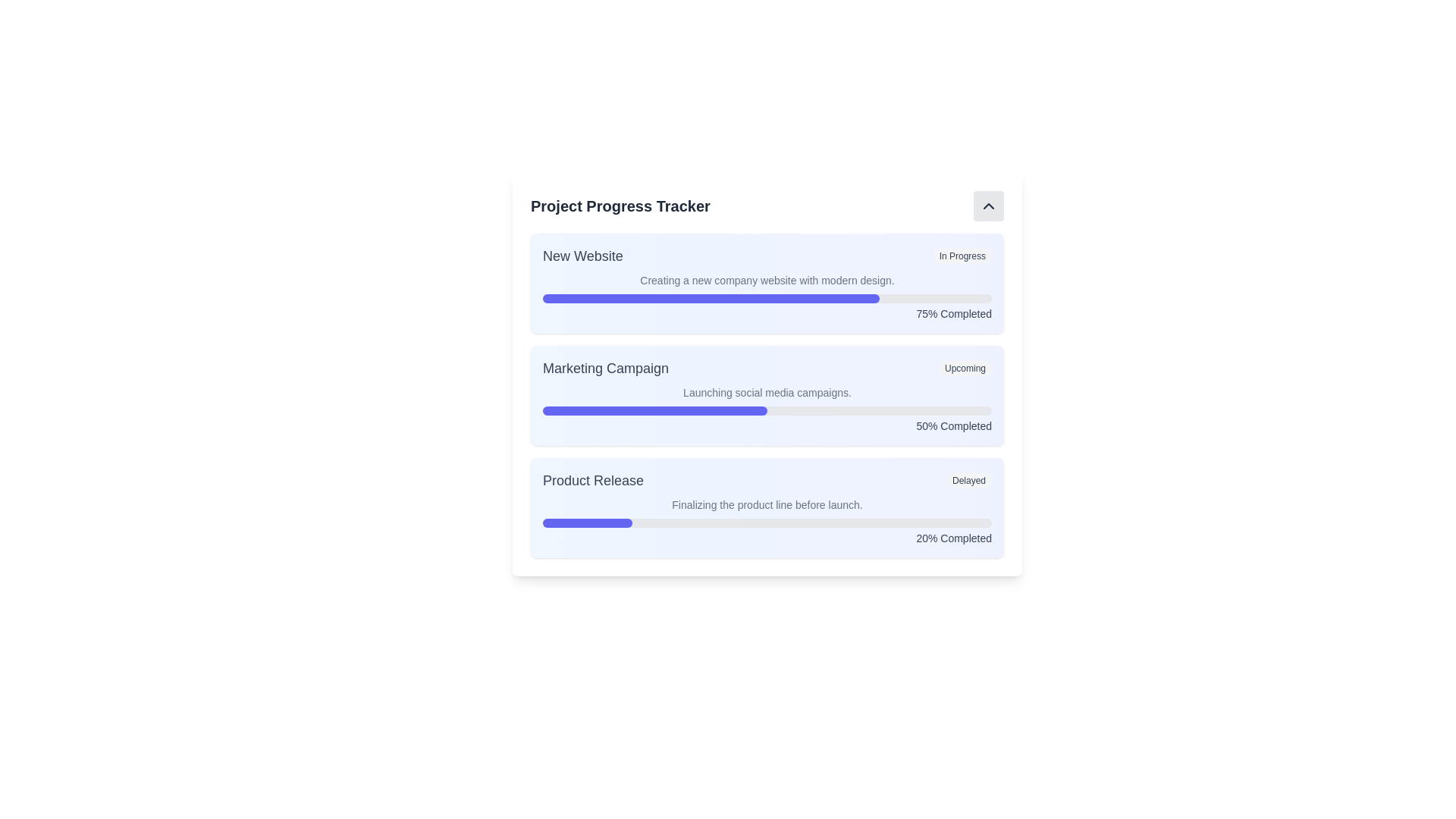  Describe the element at coordinates (962, 256) in the screenshot. I see `the status indicator label that displays 'In Progress', located to the right of the 'New Website' title in the first list item` at that location.